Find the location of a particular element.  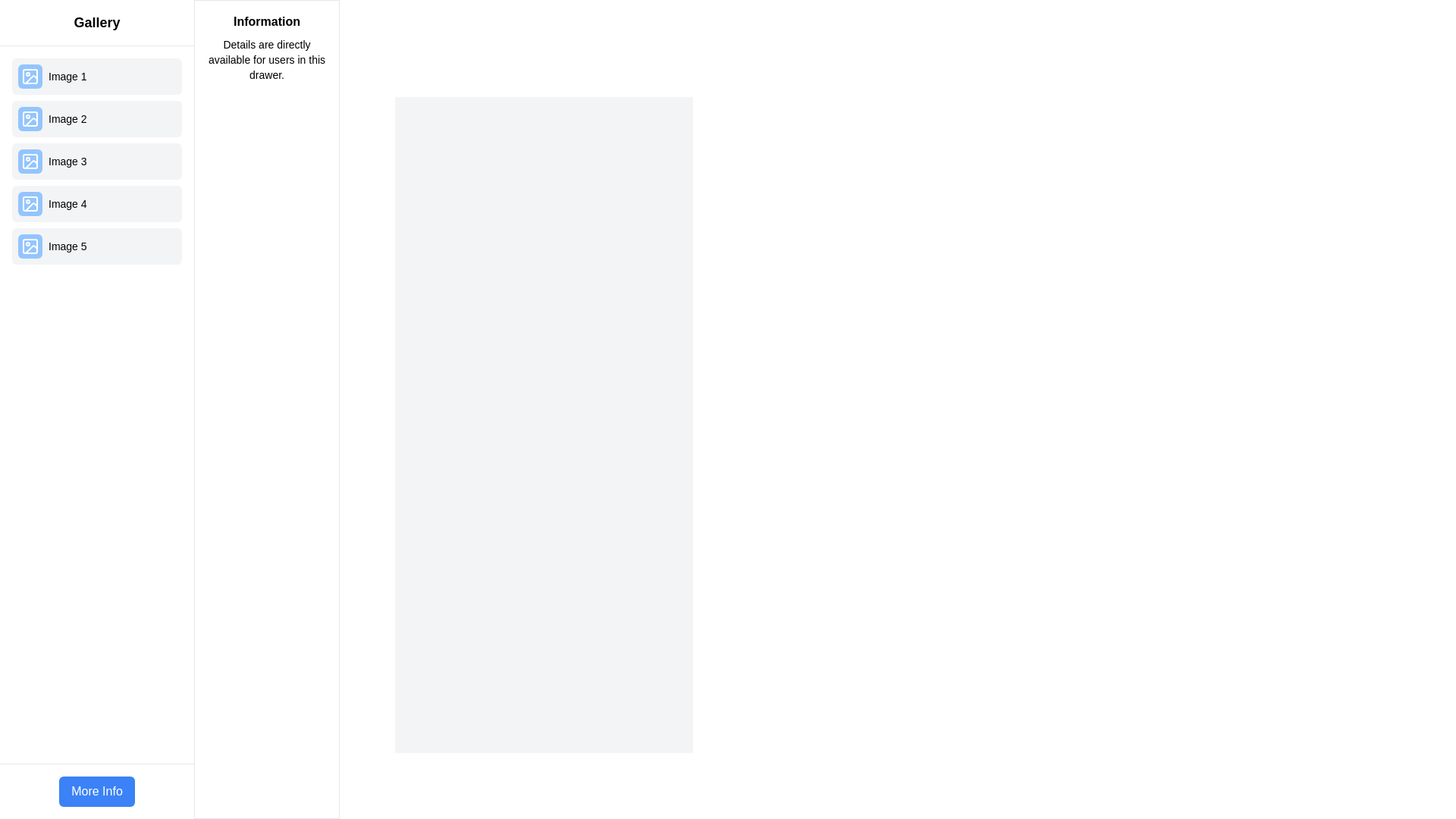

the image icon, which is the third item from the top in the vertical list of icons in the 'Gallery' section is located at coordinates (30, 161).